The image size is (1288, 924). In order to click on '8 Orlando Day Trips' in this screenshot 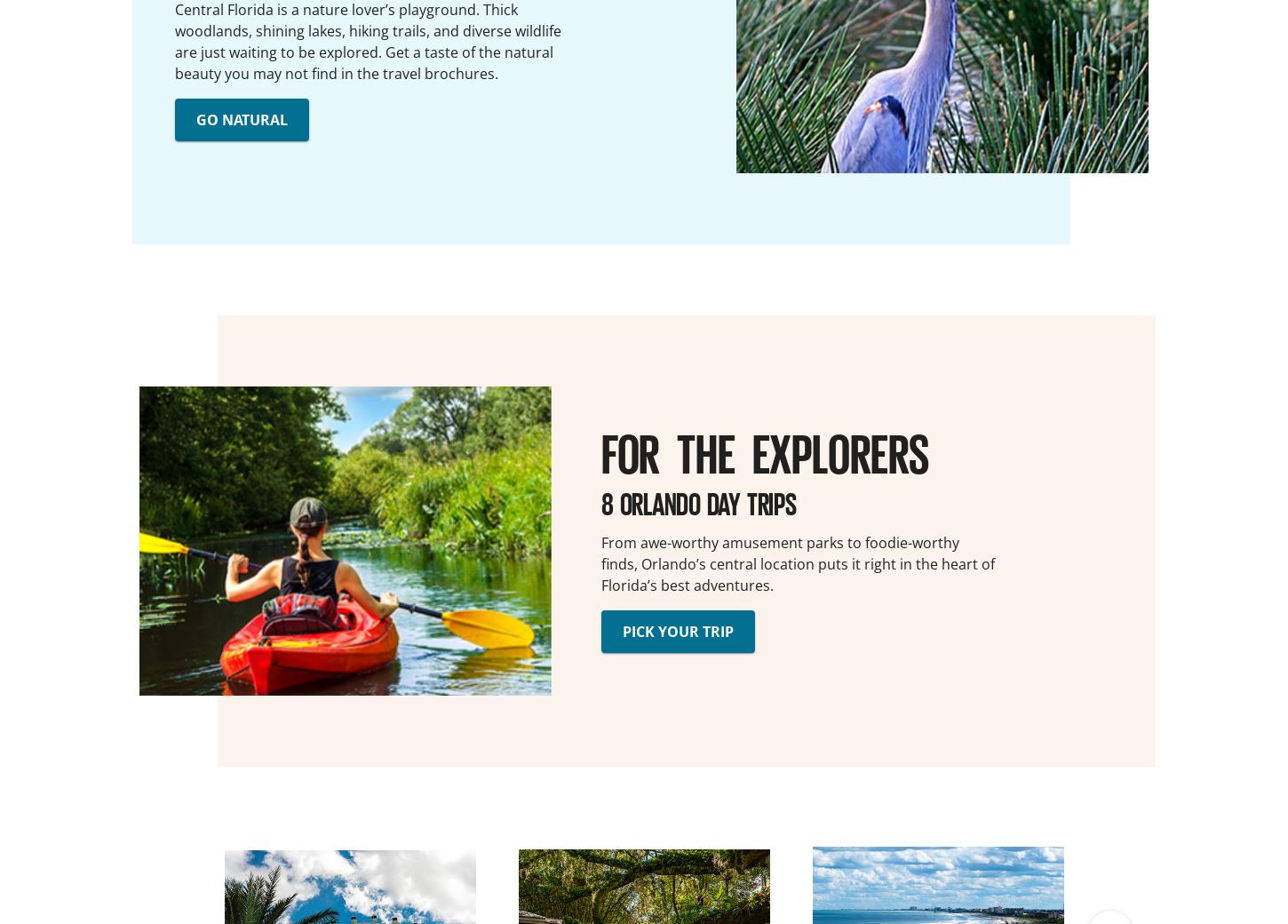, I will do `click(698, 501)`.